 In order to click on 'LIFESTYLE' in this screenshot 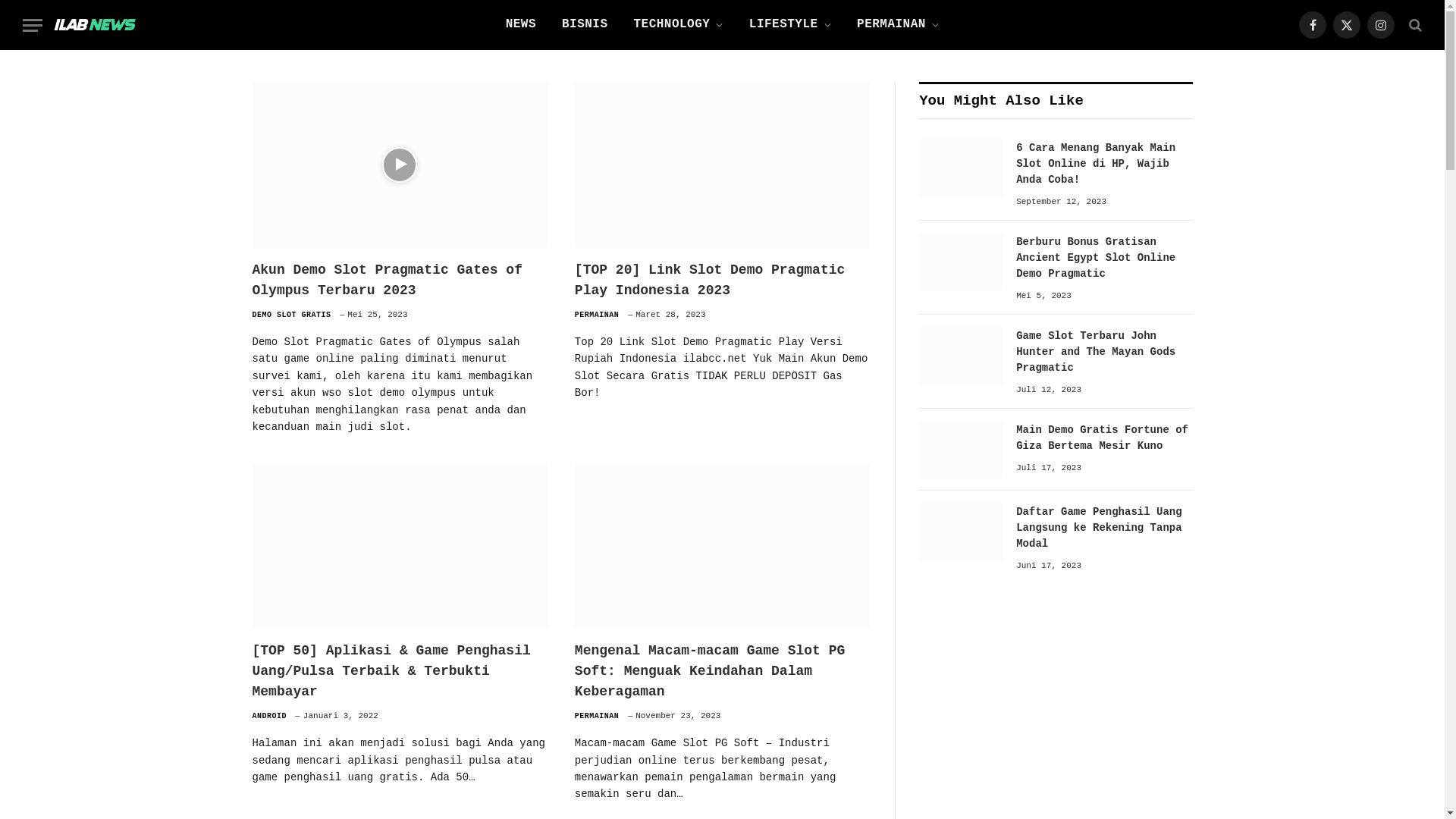, I will do `click(789, 25)`.